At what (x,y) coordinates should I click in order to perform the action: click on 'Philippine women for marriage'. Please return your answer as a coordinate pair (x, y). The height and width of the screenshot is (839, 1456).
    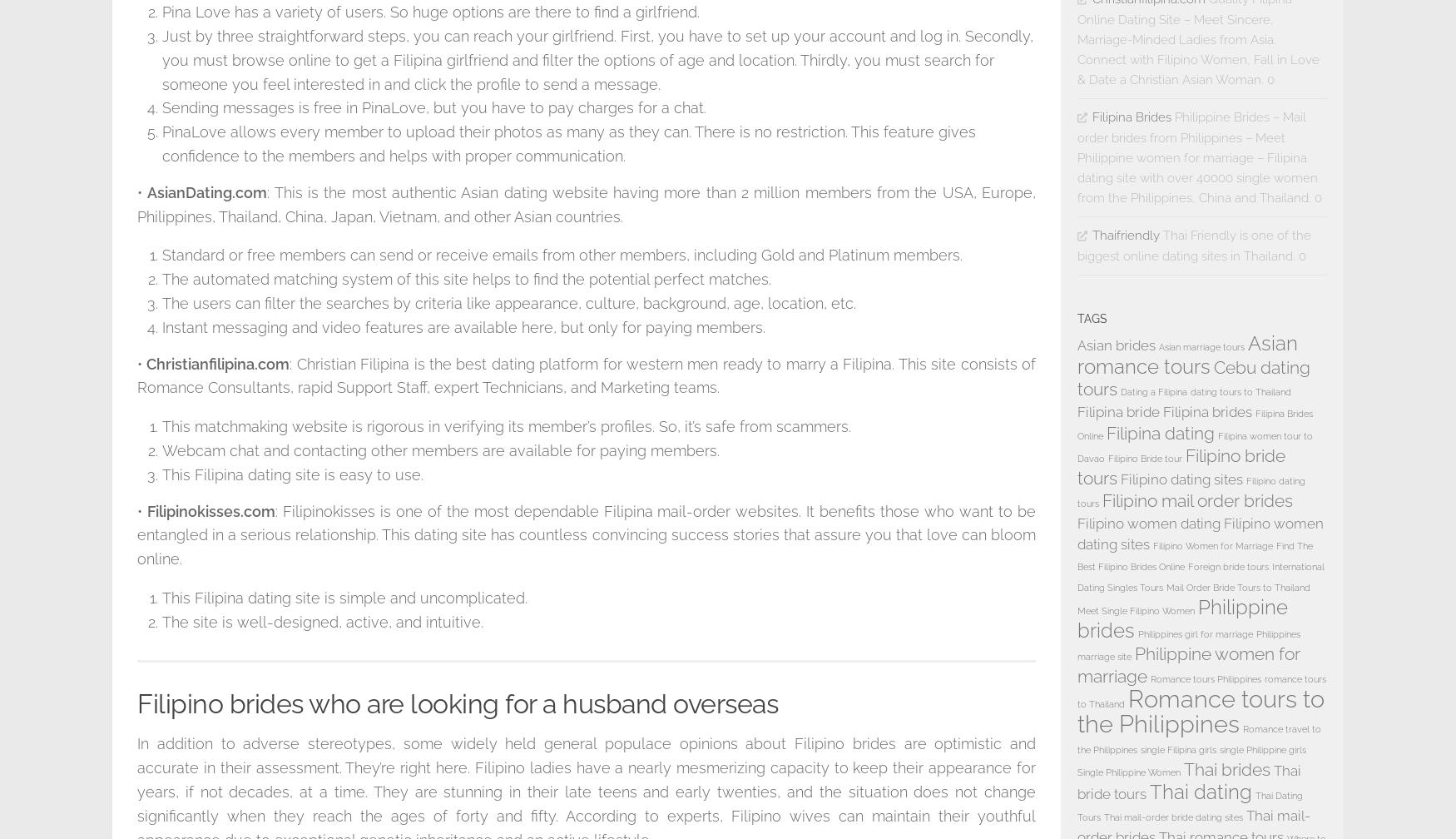
    Looking at the image, I should click on (1188, 664).